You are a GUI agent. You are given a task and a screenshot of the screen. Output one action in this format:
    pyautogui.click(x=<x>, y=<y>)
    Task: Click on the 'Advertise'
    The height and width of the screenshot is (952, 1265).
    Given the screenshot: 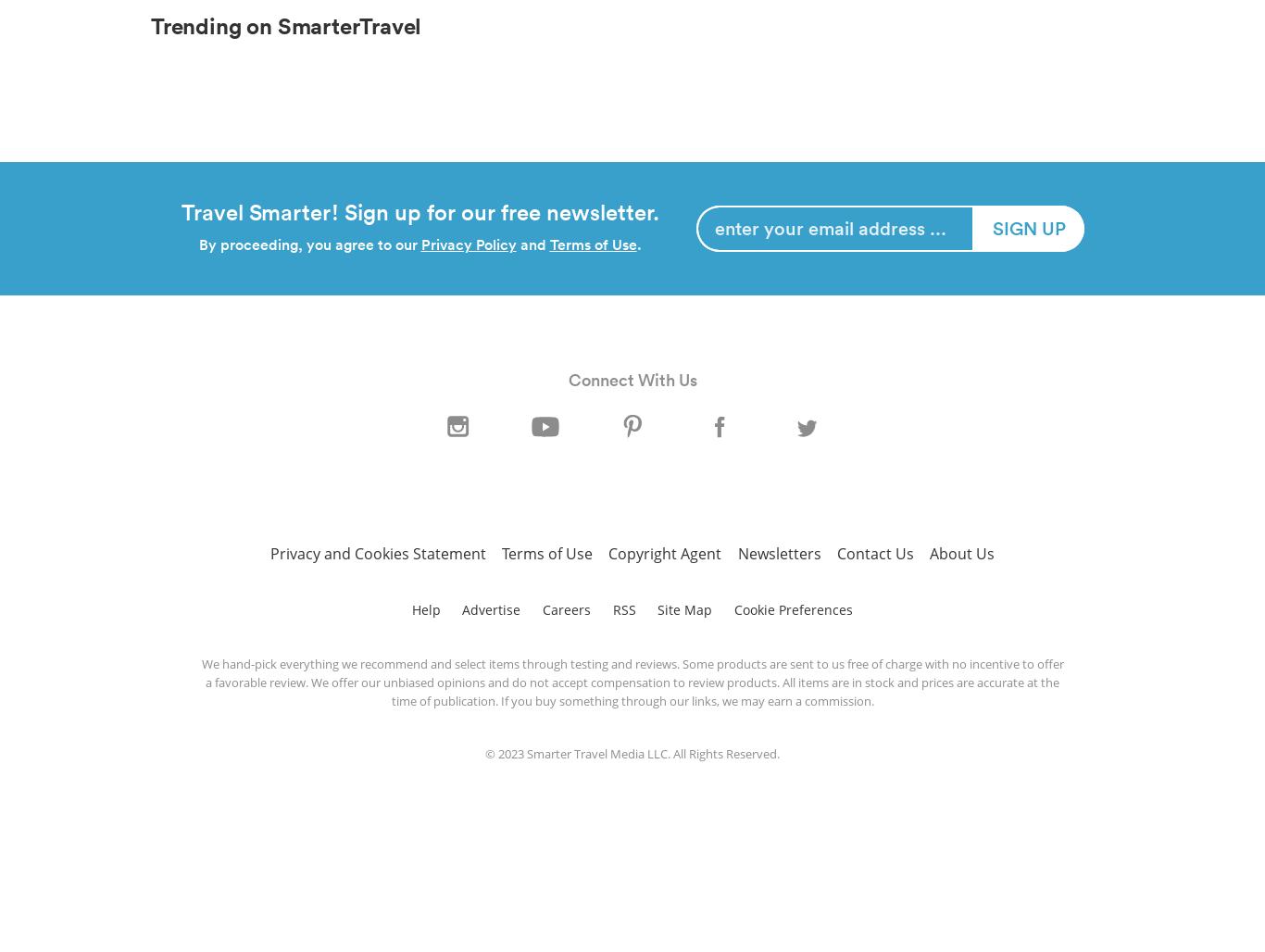 What is the action you would take?
    pyautogui.click(x=461, y=608)
    